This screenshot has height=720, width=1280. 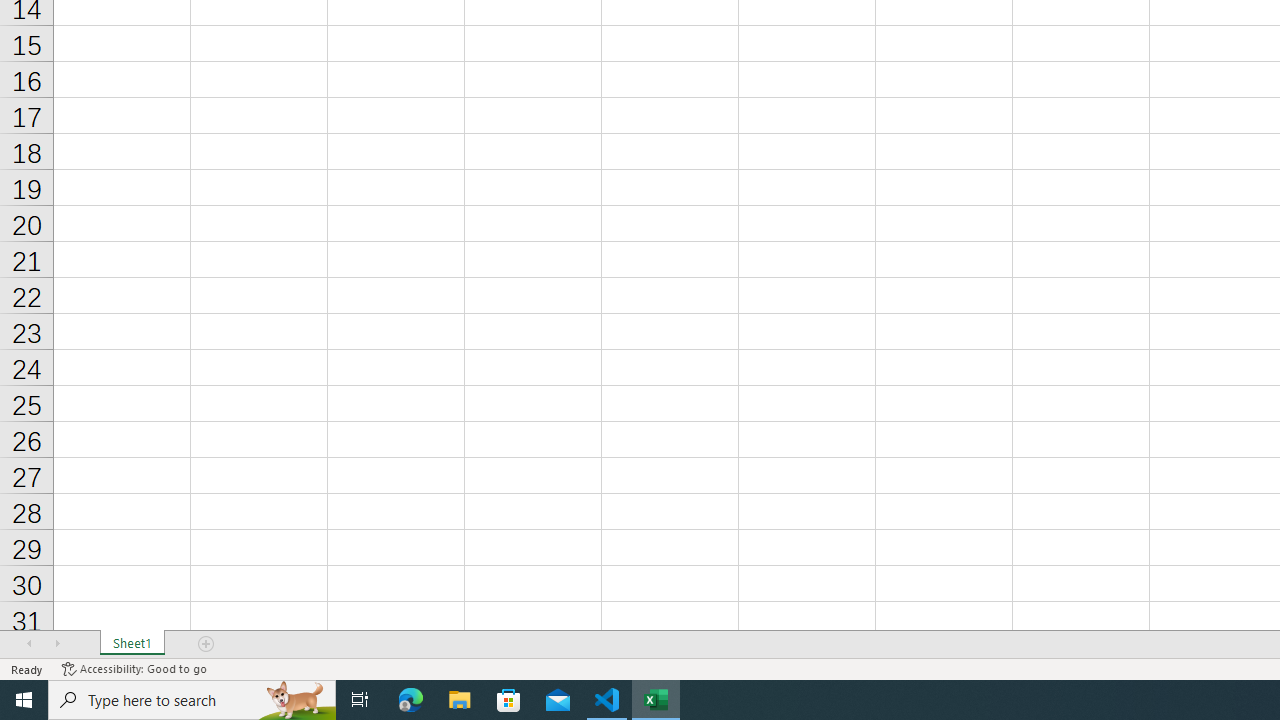 I want to click on 'Sheet1', so click(x=131, y=644).